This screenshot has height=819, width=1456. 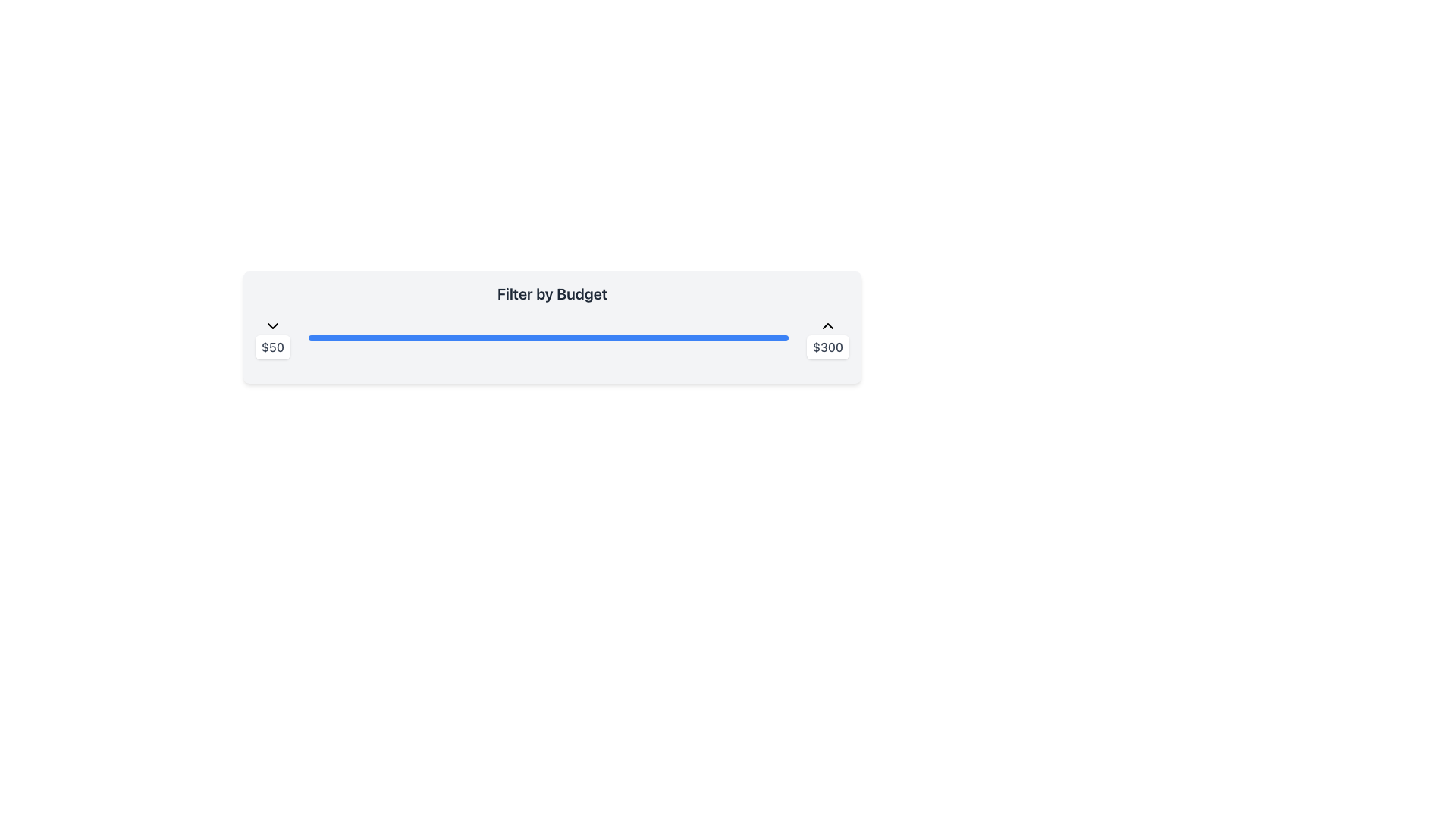 I want to click on the slider value, so click(x=769, y=337).